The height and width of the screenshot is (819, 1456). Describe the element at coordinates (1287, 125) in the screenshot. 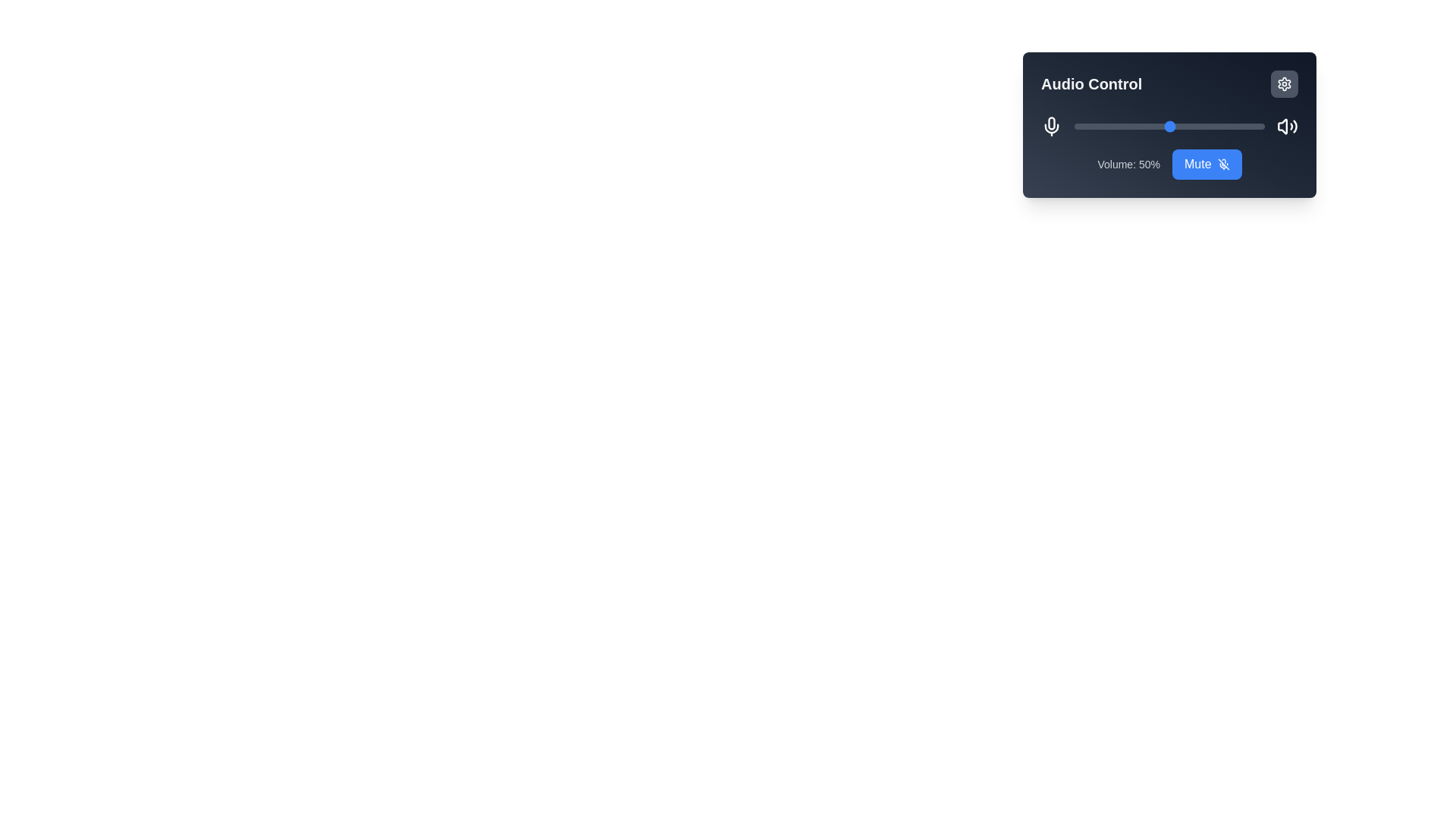

I see `the volume icon button located at the far right of the audio control interface` at that location.